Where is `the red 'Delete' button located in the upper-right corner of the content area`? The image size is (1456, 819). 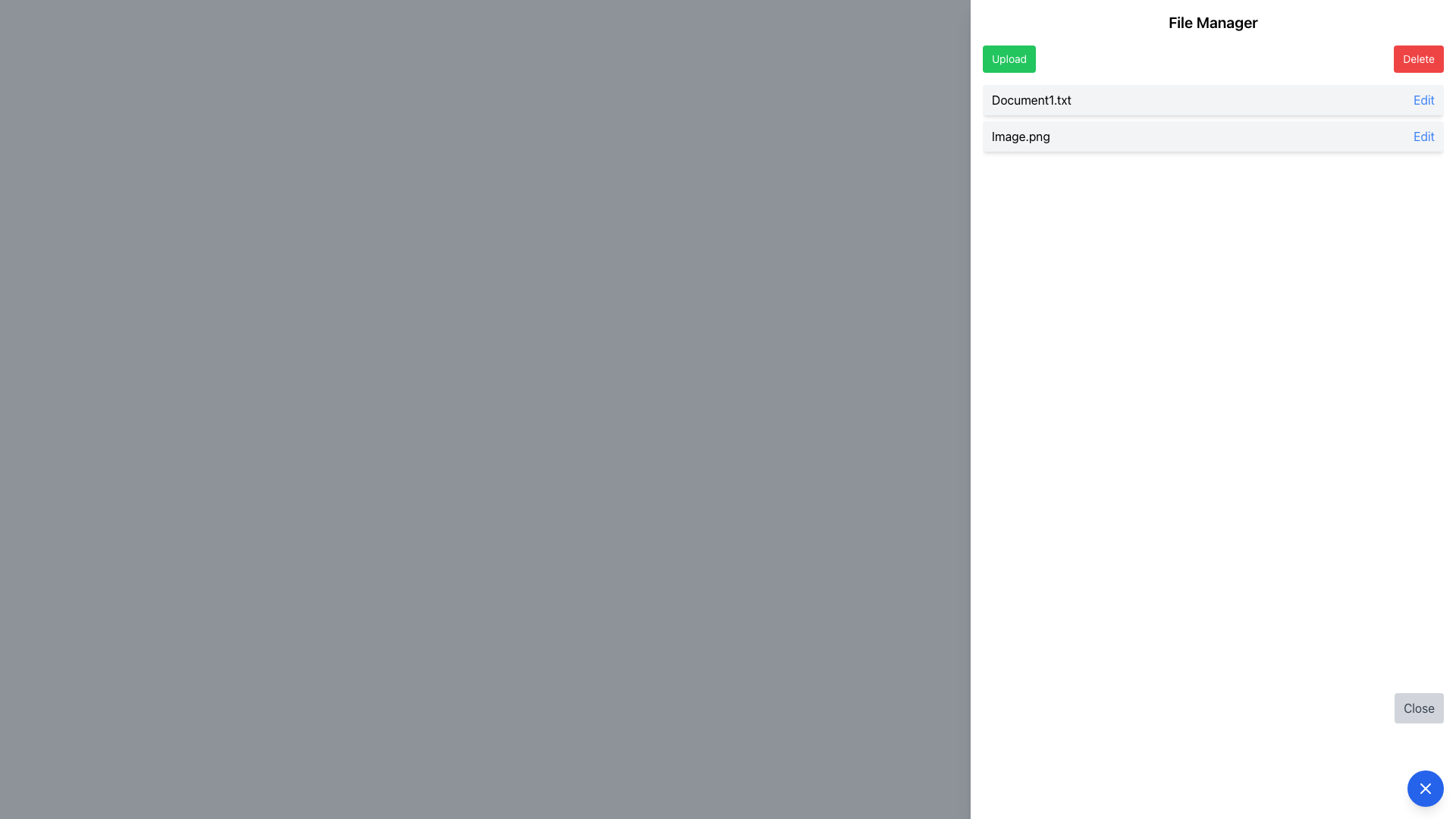
the red 'Delete' button located in the upper-right corner of the content area is located at coordinates (1418, 58).